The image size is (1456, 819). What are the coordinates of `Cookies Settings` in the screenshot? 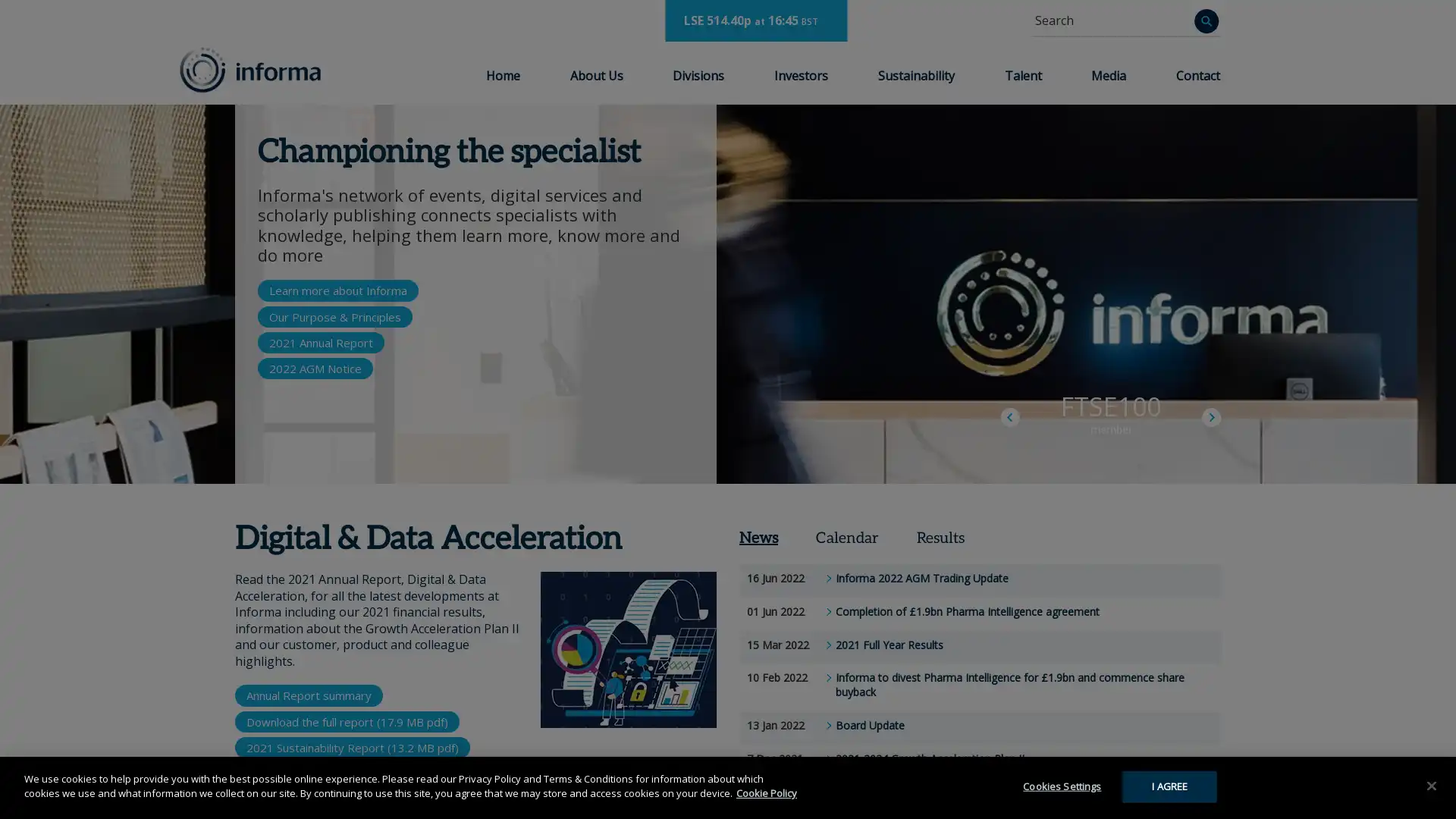 It's located at (1061, 786).